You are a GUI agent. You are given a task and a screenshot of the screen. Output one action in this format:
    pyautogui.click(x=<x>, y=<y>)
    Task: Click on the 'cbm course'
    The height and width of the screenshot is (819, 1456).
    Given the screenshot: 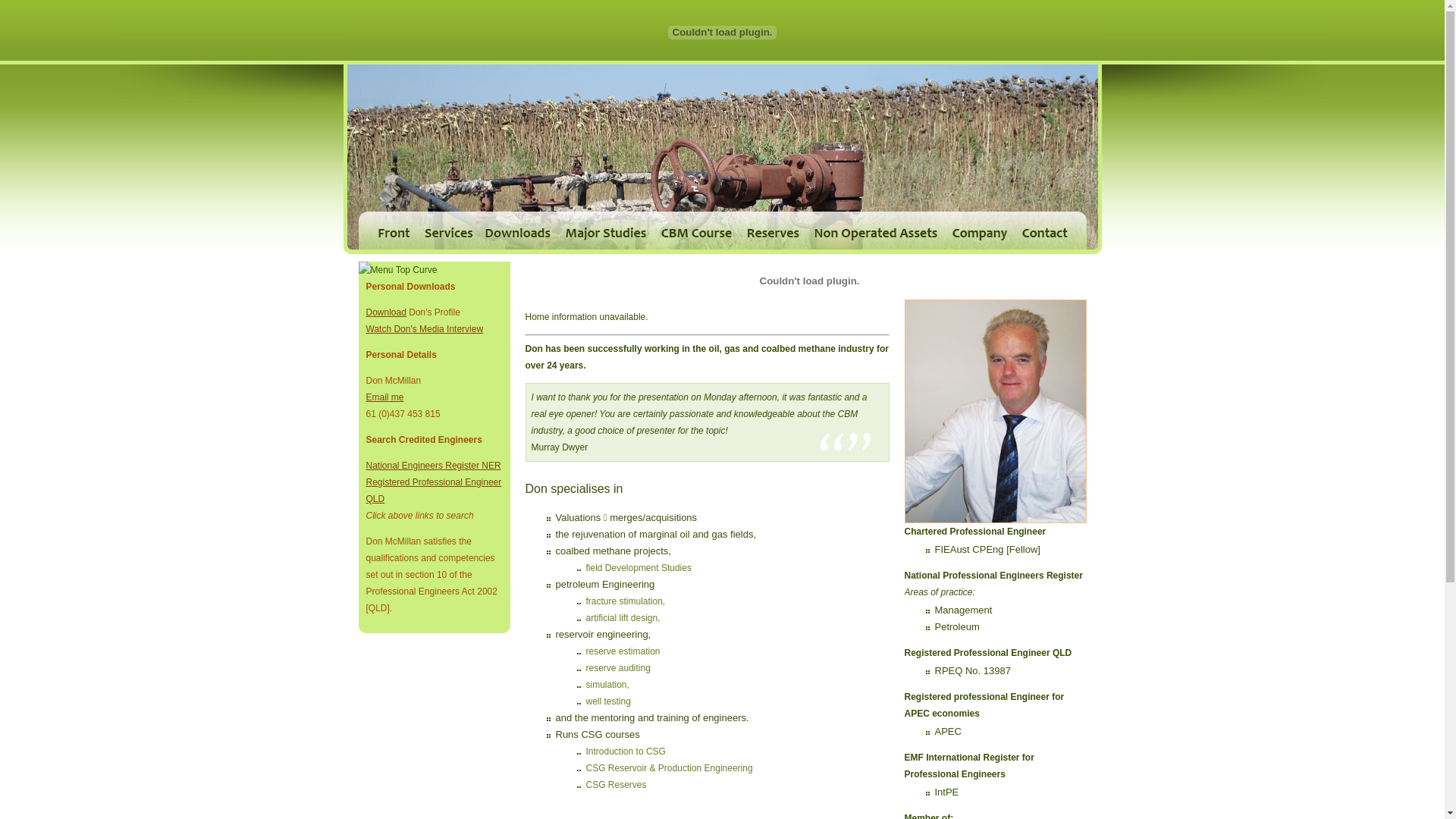 What is the action you would take?
    pyautogui.click(x=695, y=231)
    